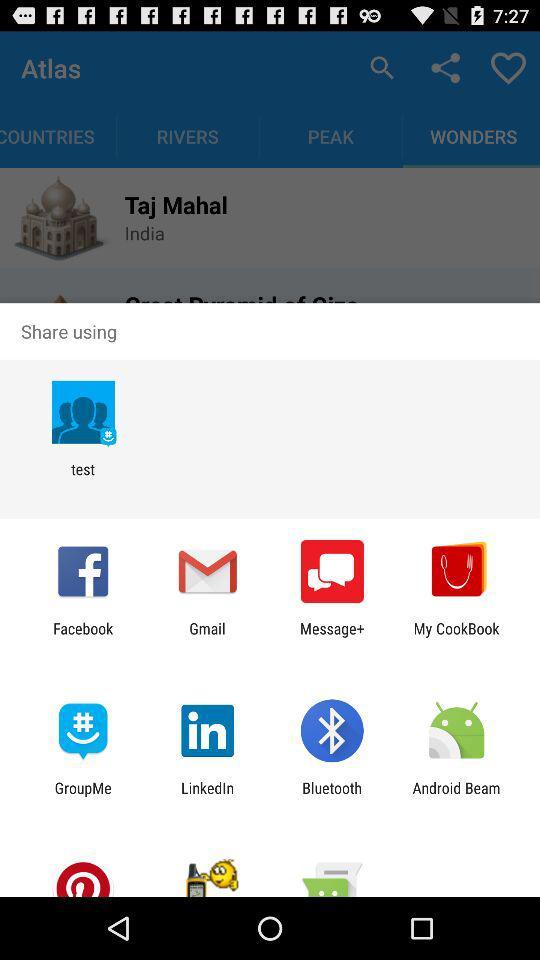 This screenshot has height=960, width=540. I want to click on the my cookbook app, so click(456, 636).